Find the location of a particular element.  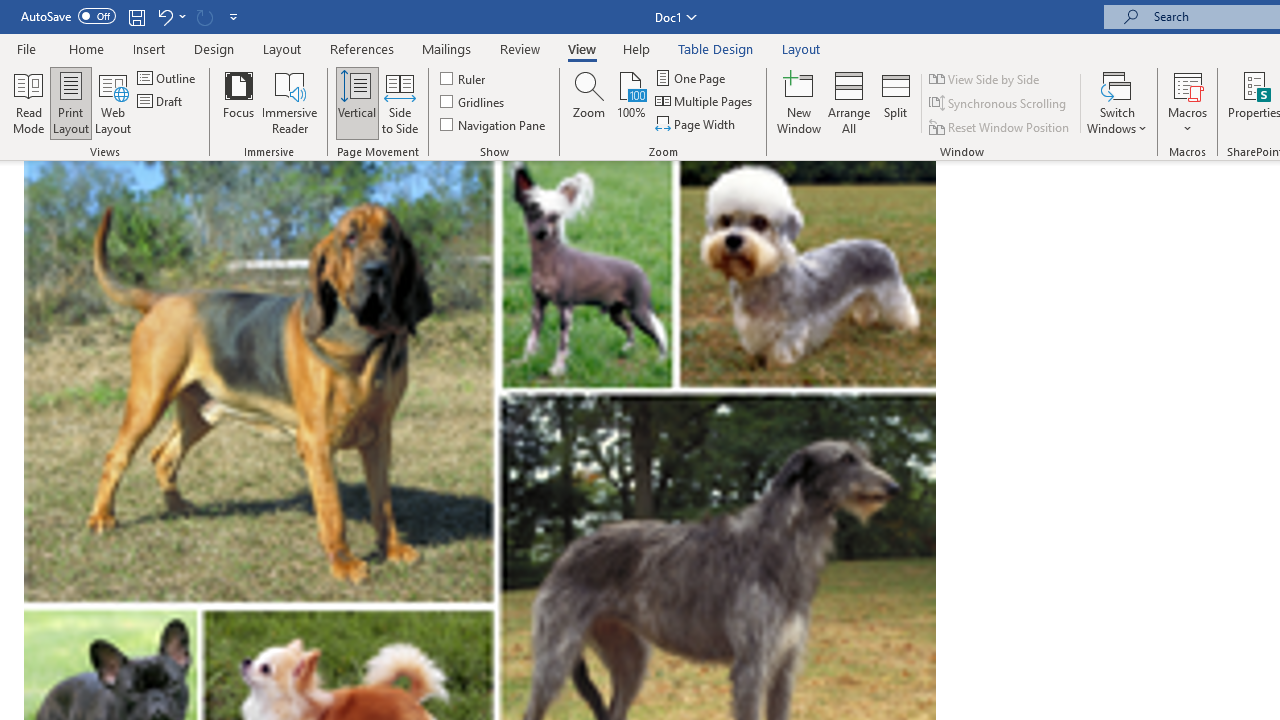

'Macros' is located at coordinates (1187, 103).